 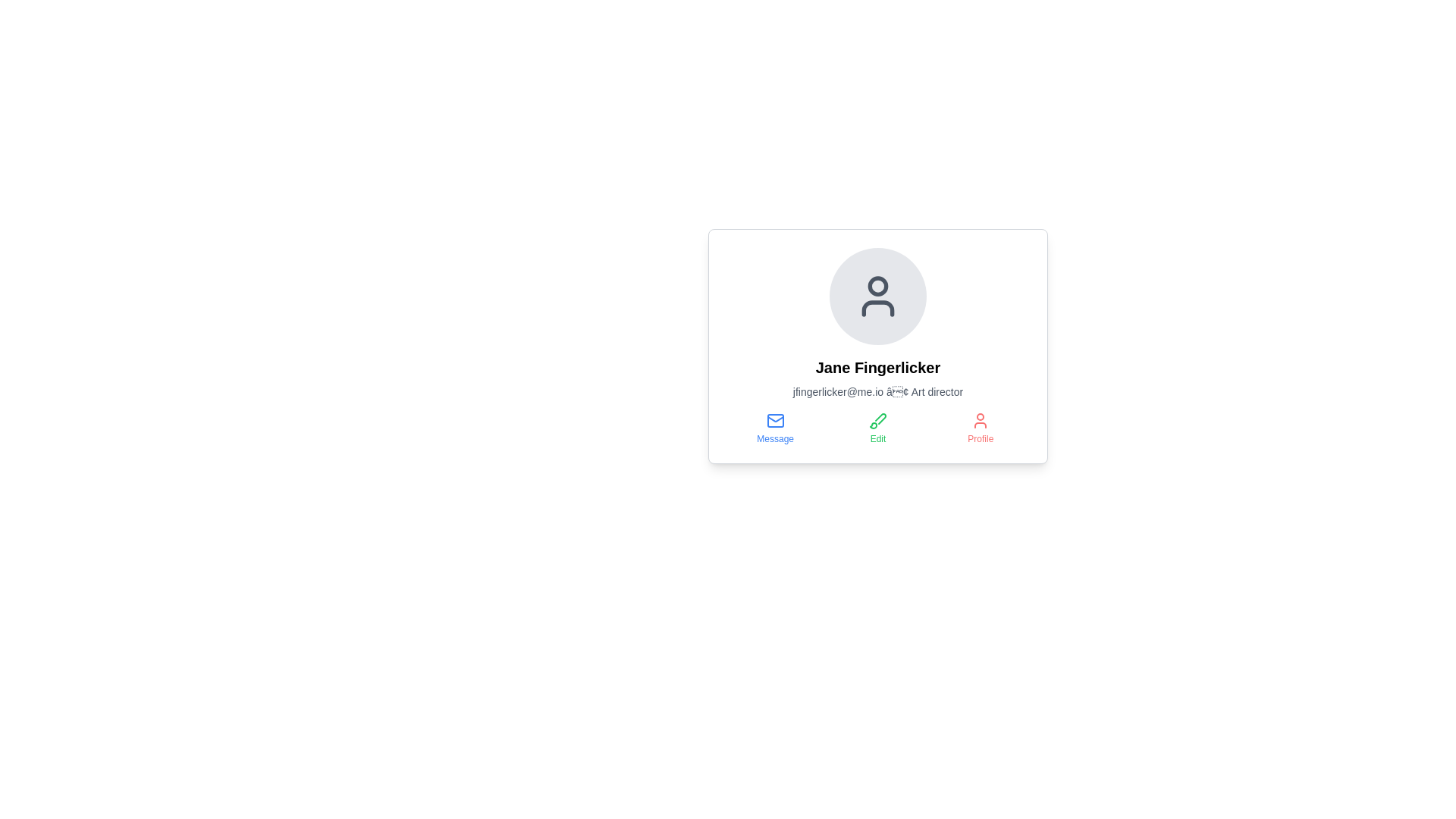 I want to click on the 'Edit' text label, which is styled in green and located below the green brush icon in the user profile card interface, so click(x=877, y=438).